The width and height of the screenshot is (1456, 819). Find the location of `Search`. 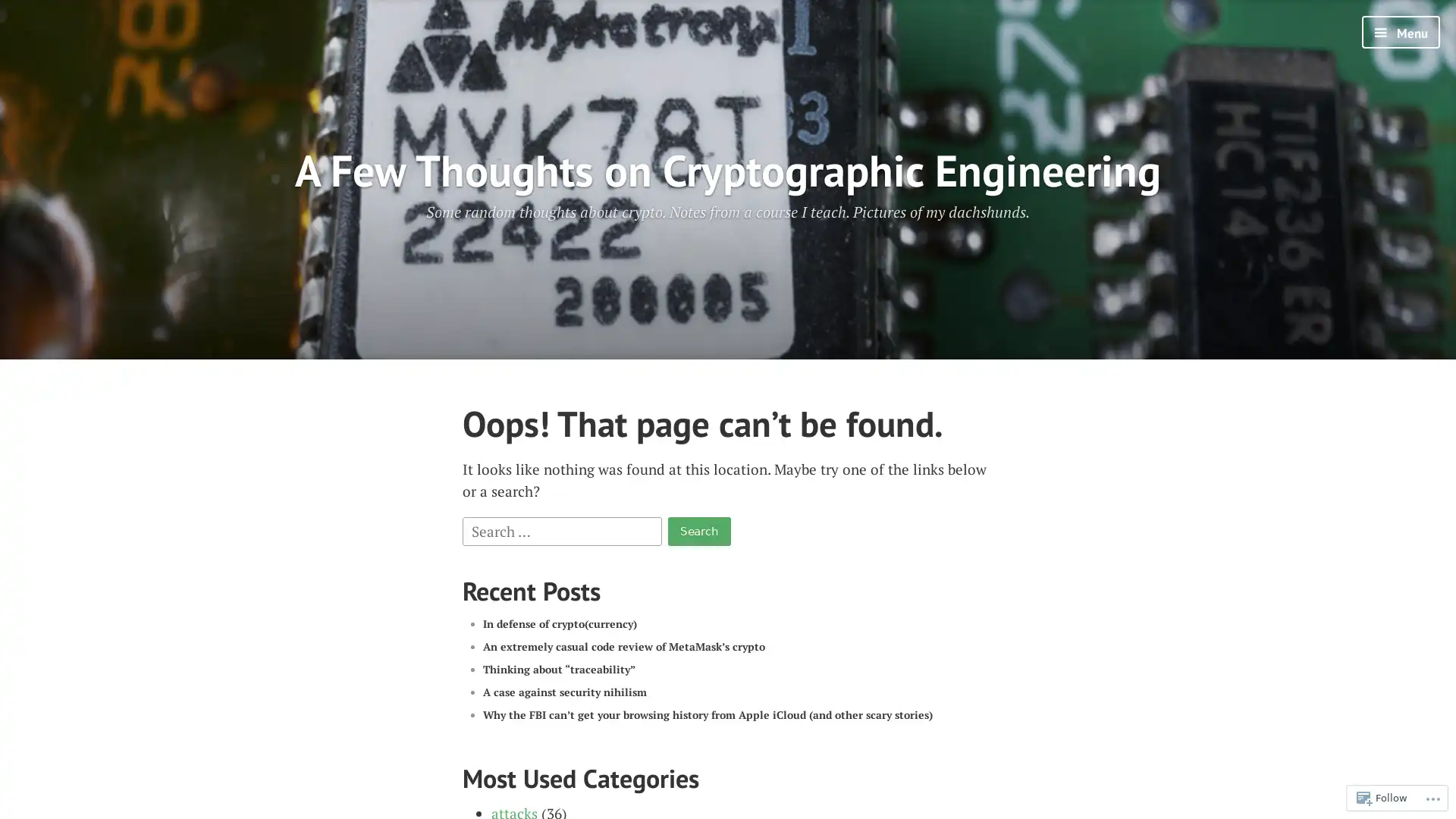

Search is located at coordinates (698, 529).